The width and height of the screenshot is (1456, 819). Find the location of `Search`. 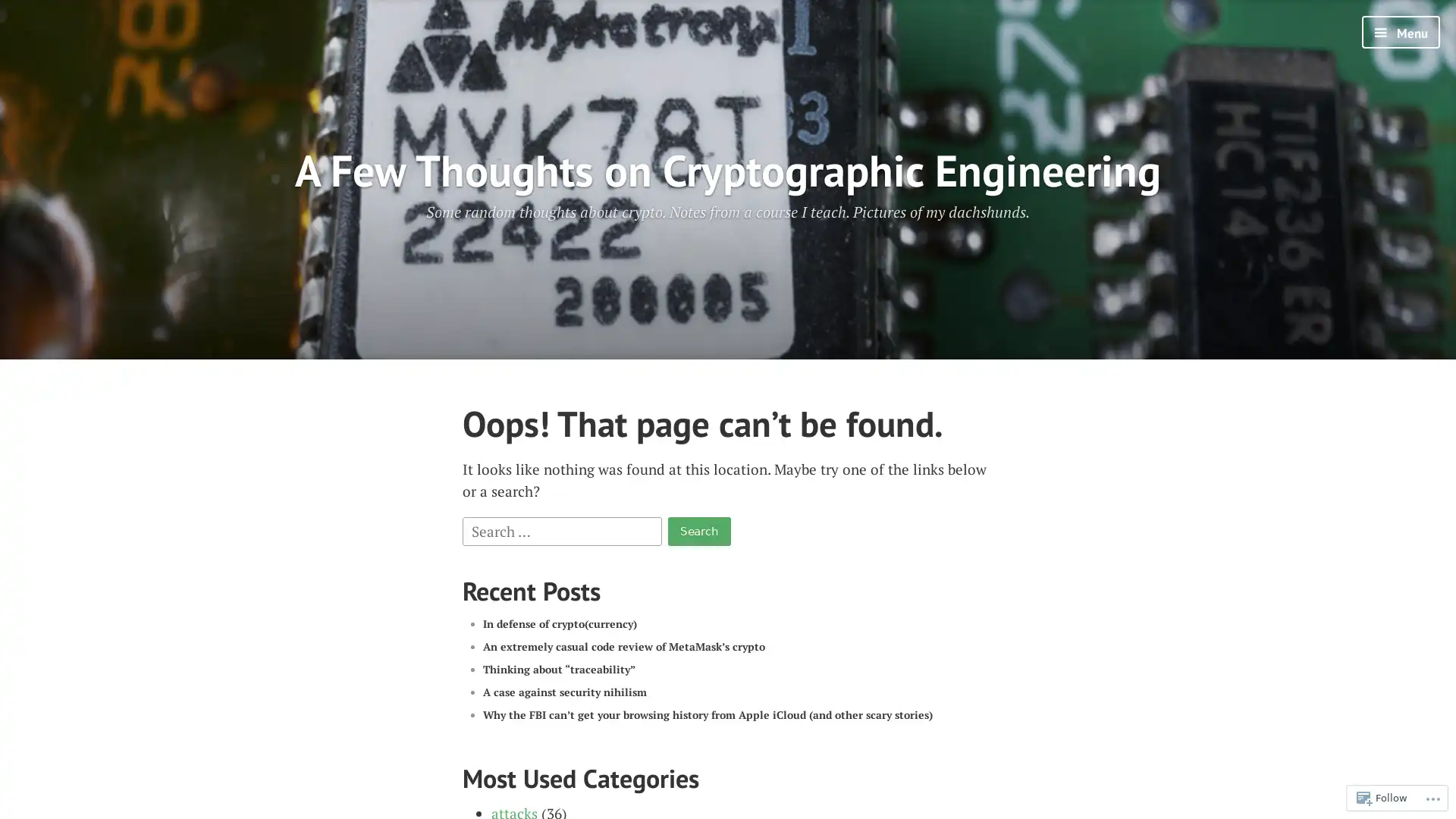

Search is located at coordinates (698, 529).